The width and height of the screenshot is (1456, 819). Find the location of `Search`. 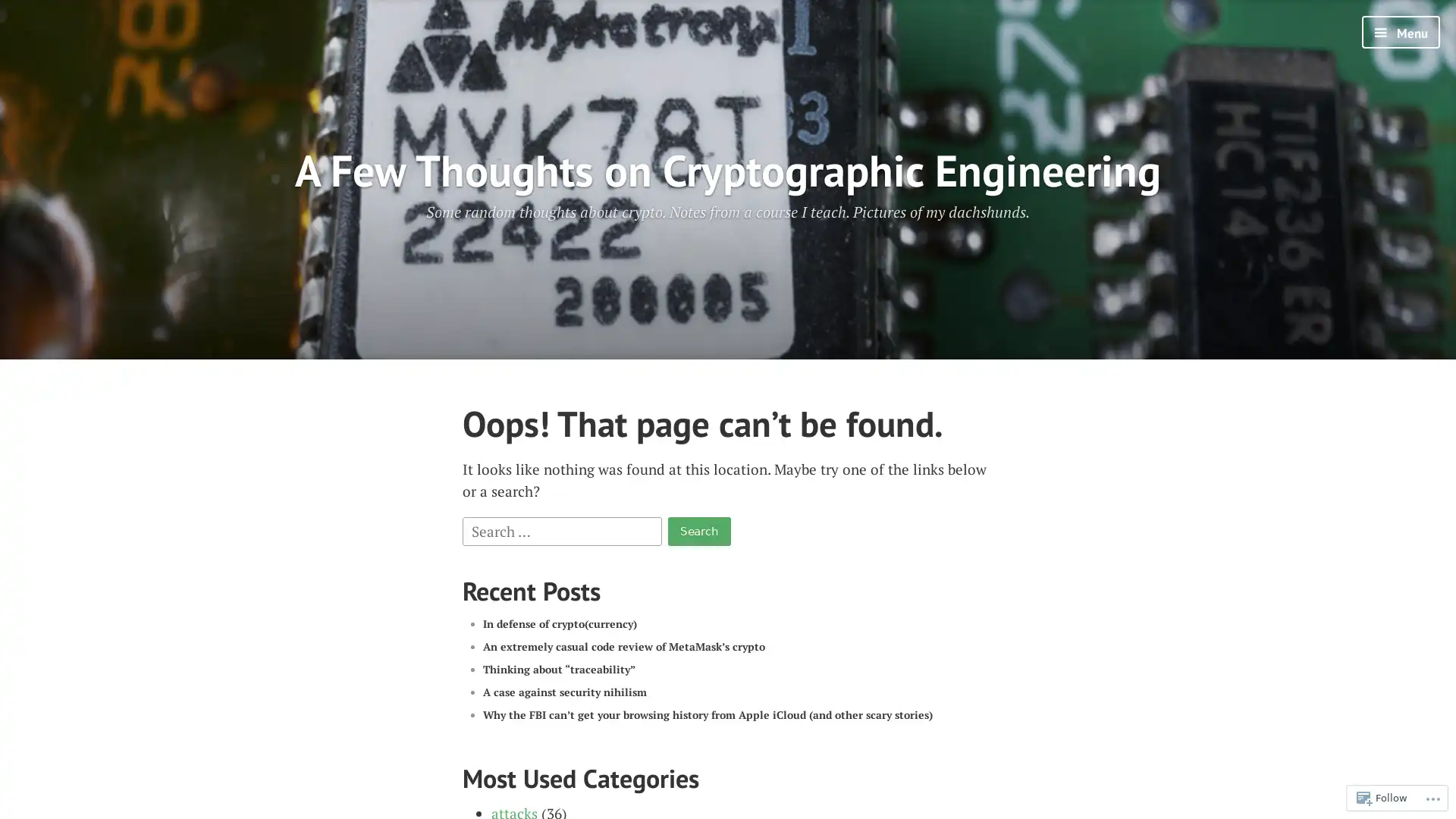

Search is located at coordinates (698, 529).